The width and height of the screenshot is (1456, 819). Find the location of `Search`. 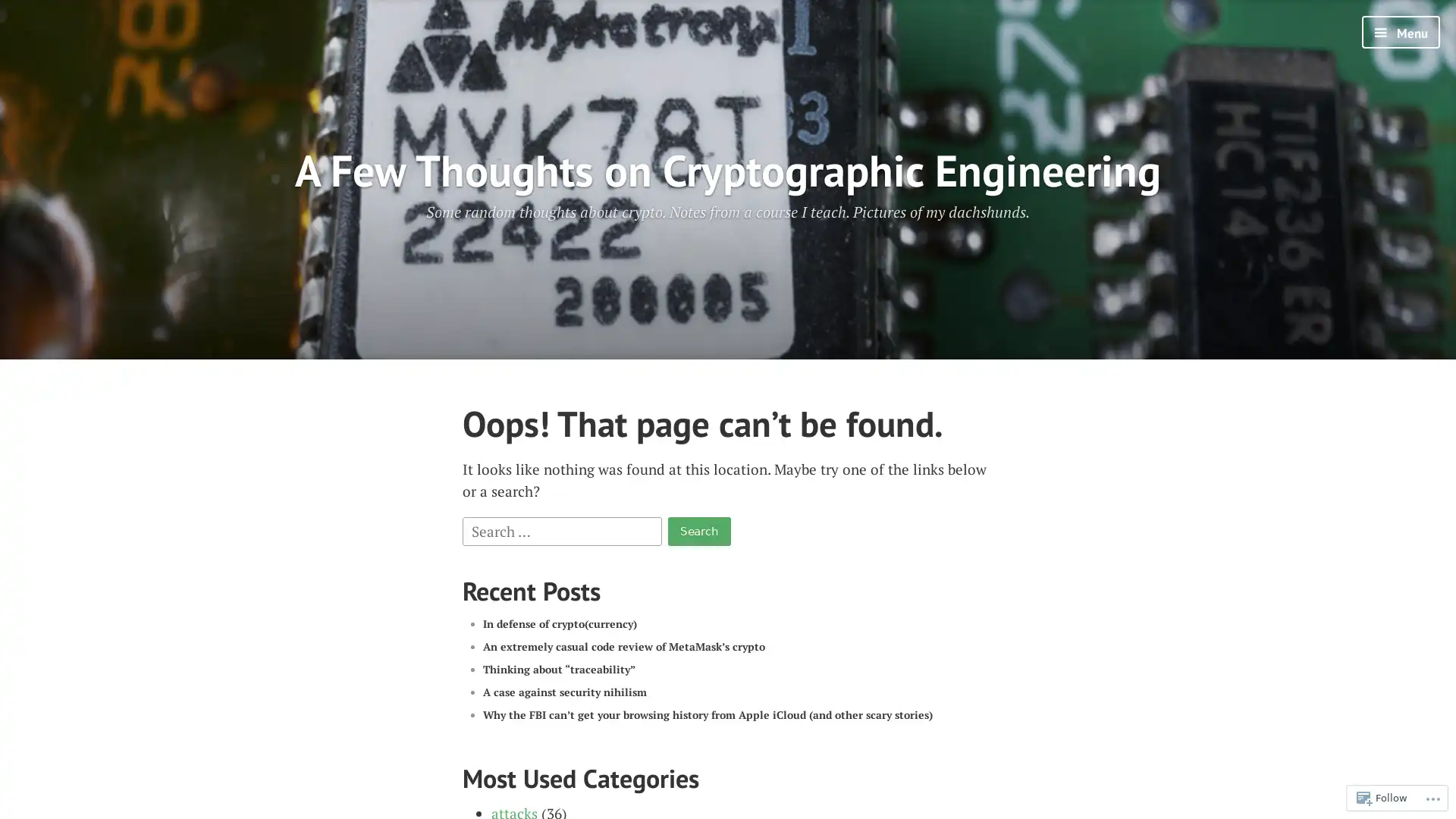

Search is located at coordinates (698, 529).